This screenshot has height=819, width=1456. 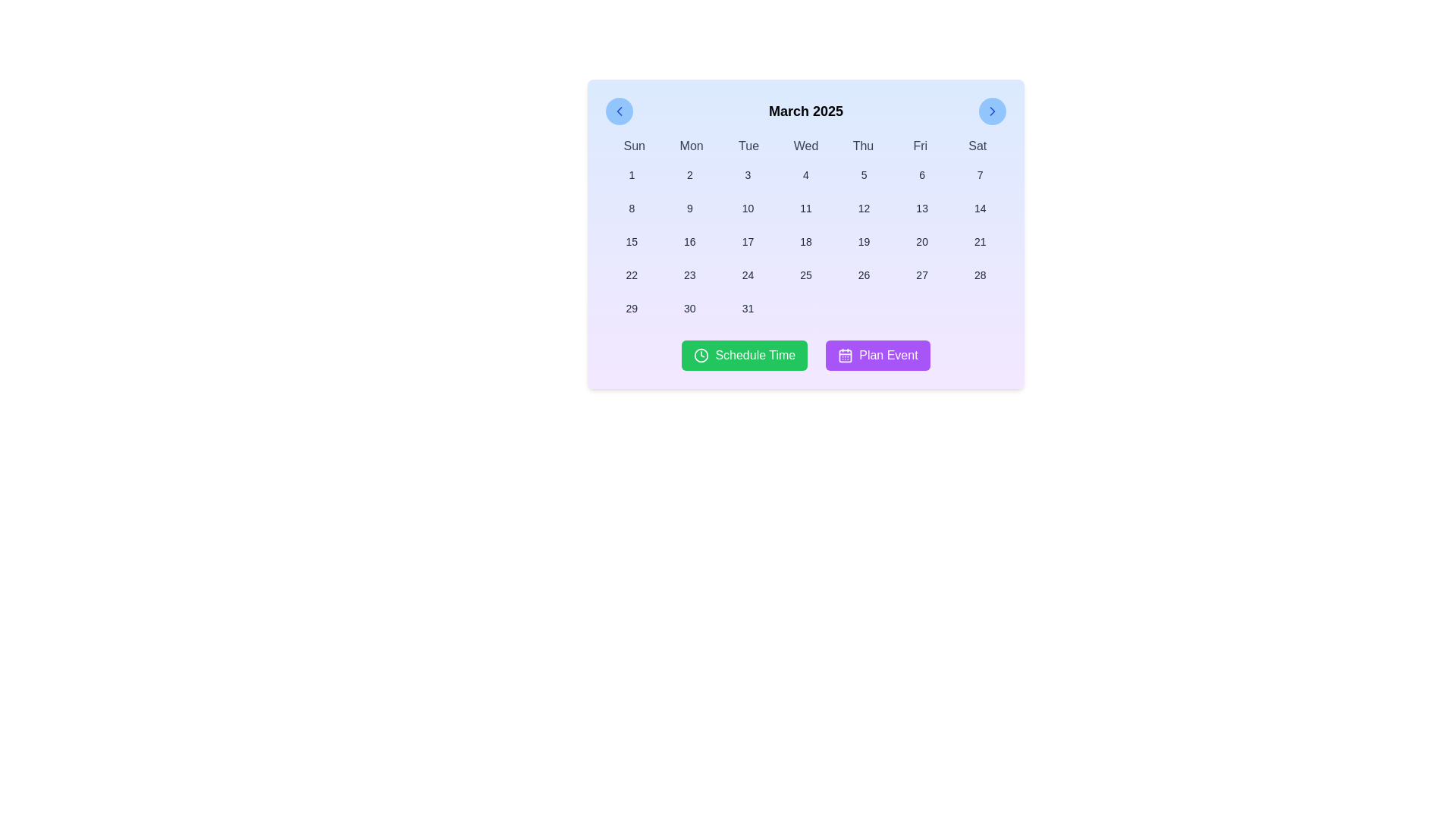 What do you see at coordinates (748, 241) in the screenshot?
I see `the clickable date element representing the 17th of March 2025` at bounding box center [748, 241].